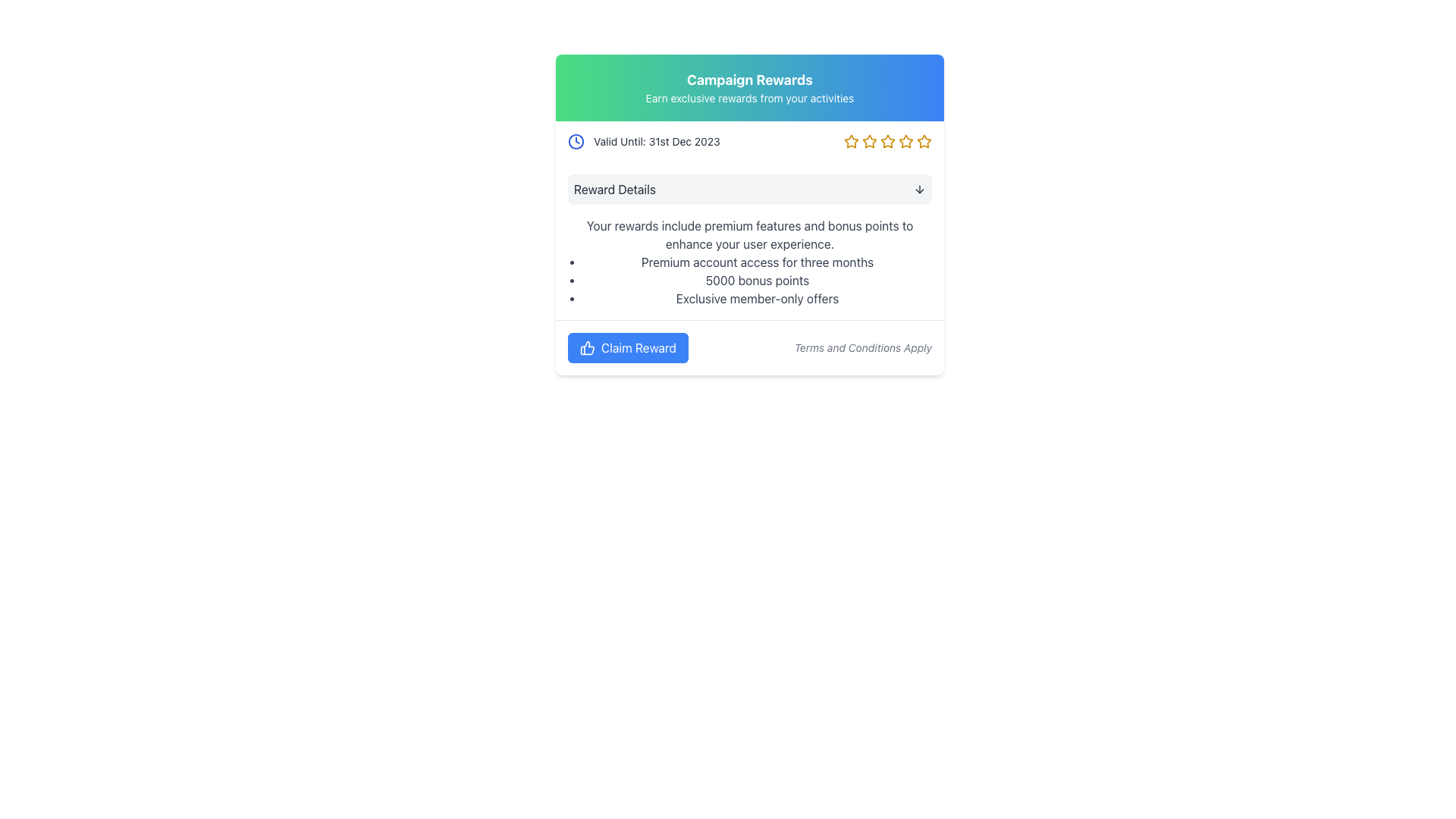 The height and width of the screenshot is (819, 1456). I want to click on the static text displaying 'Exclusive member-only offers' to possibly see additional information, so click(757, 298).